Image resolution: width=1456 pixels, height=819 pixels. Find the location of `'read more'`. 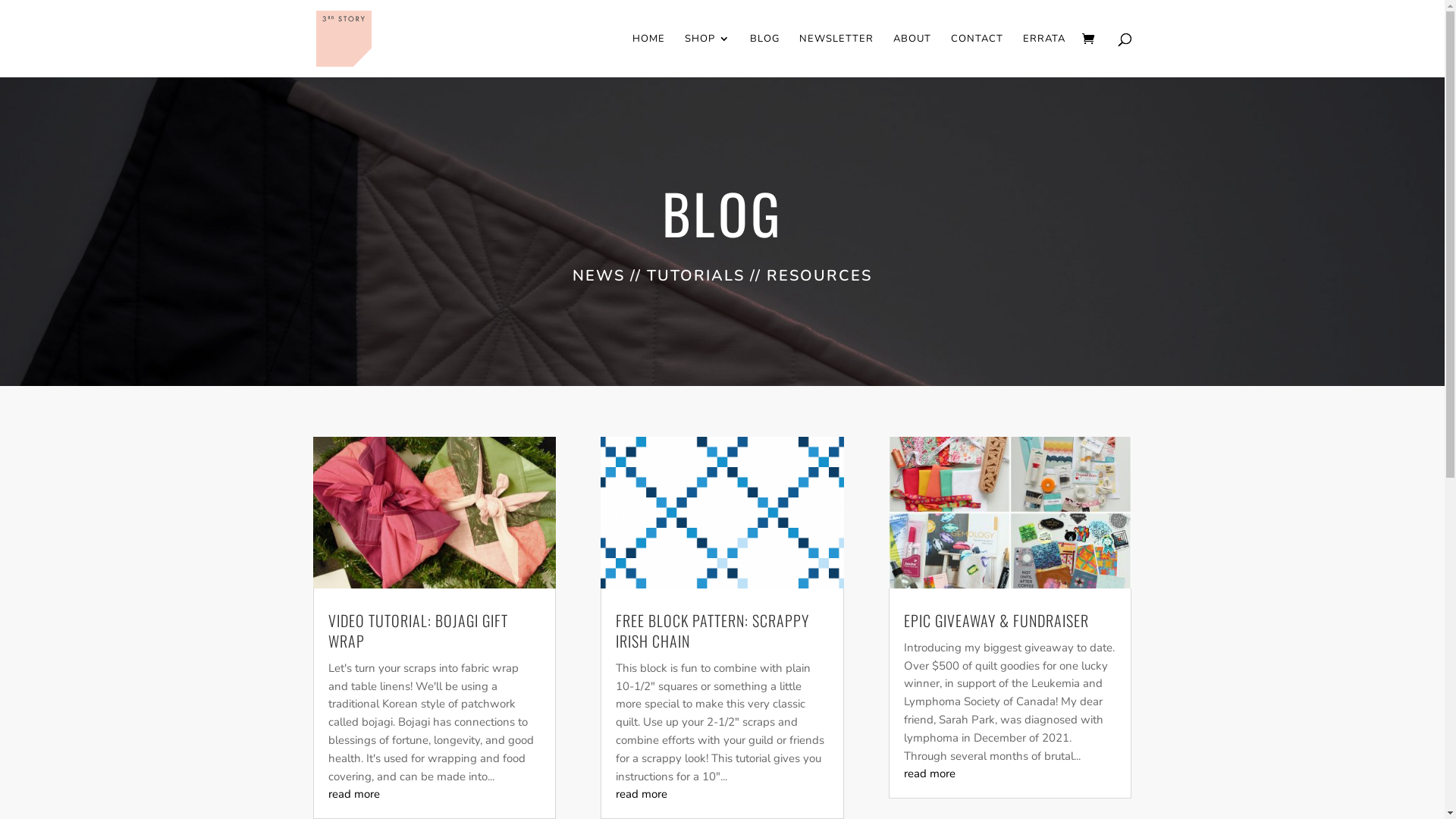

'read more' is located at coordinates (327, 792).